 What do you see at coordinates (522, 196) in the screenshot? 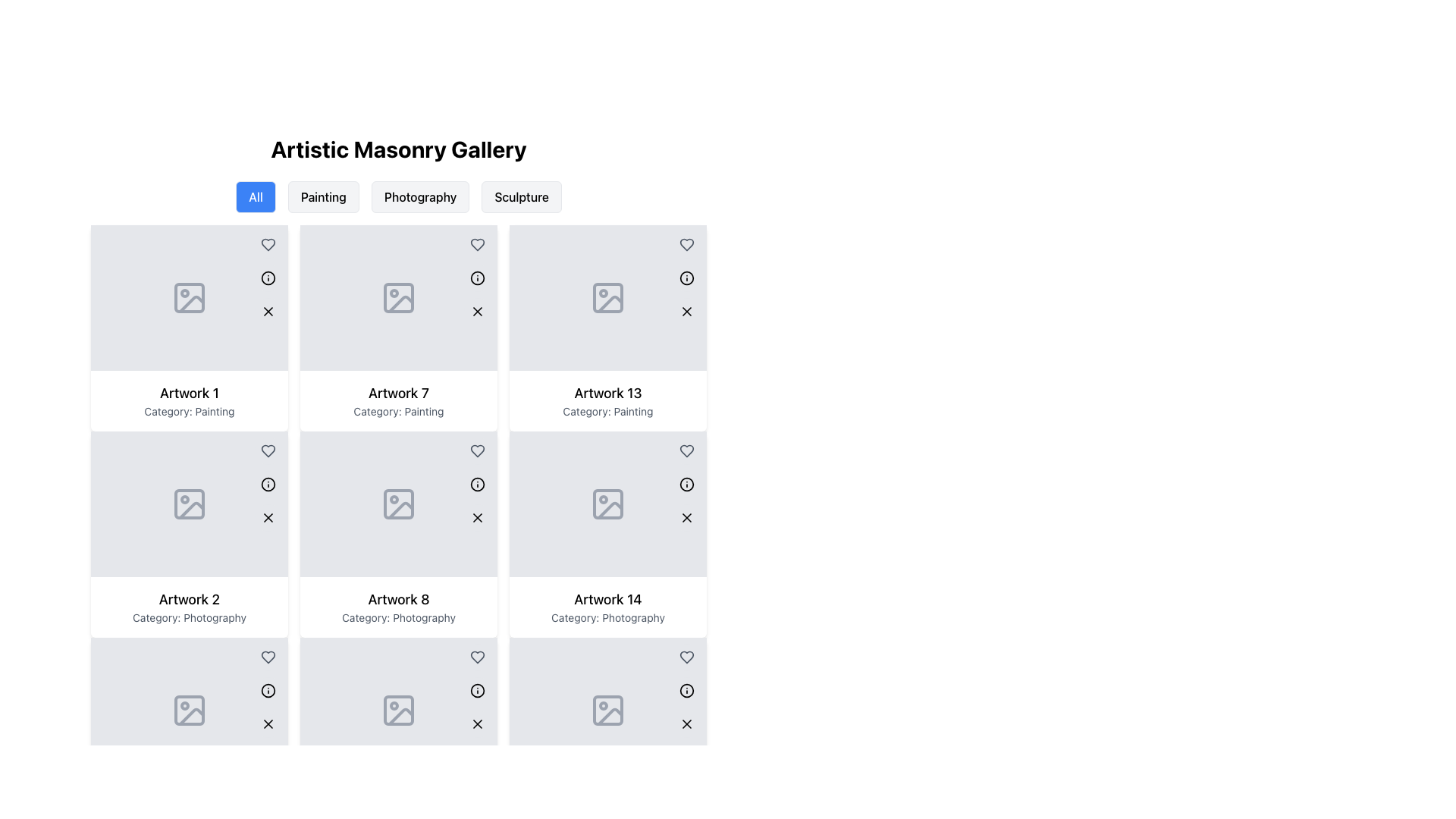
I see `the 'Sculpture' filter button, which is the fourth button in the category selection below the 'Artistic Masonry Gallery' title, to filter the displayed gallery items` at bounding box center [522, 196].